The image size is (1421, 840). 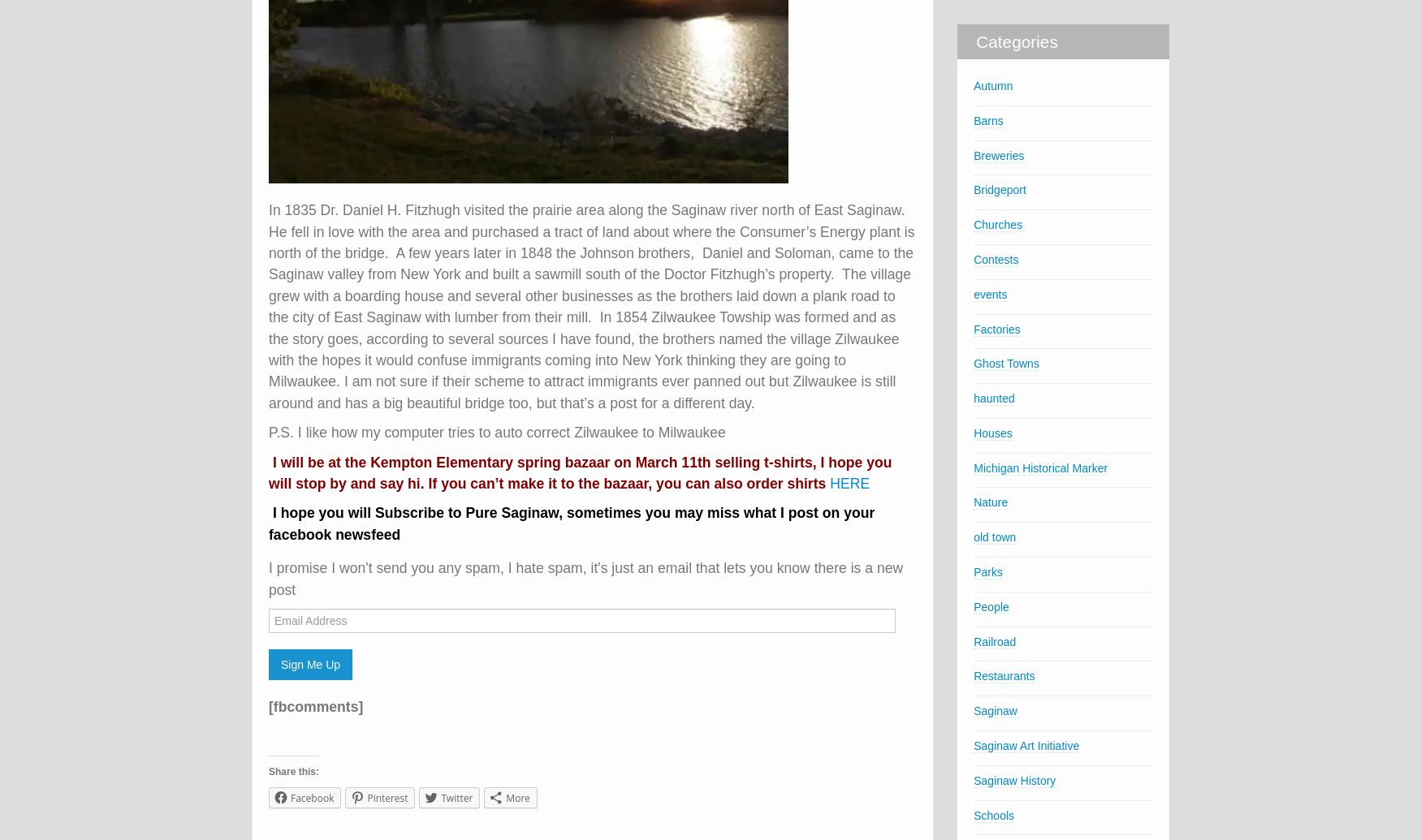 I want to click on 'Schools', so click(x=993, y=813).